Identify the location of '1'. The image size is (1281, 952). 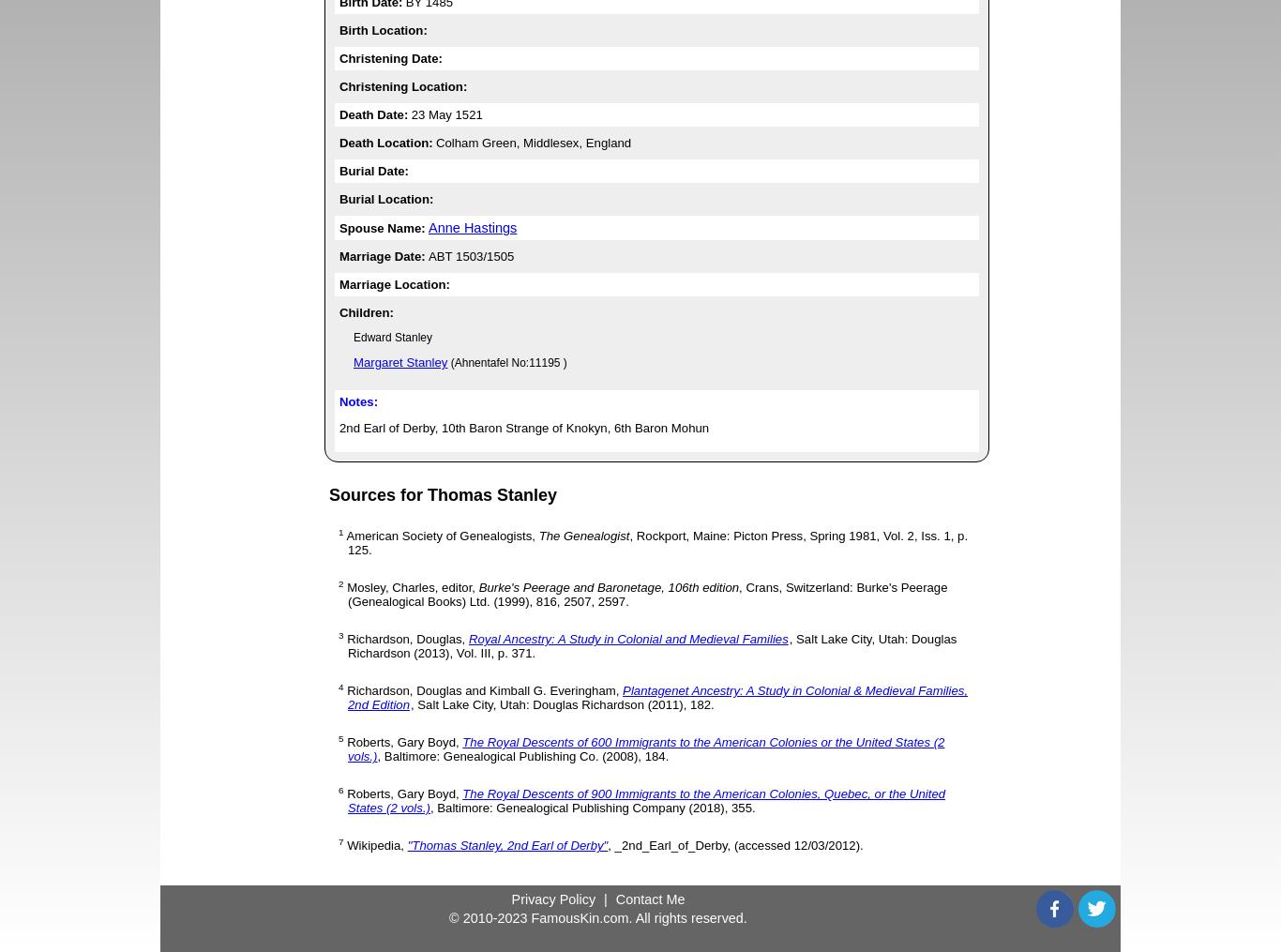
(338, 532).